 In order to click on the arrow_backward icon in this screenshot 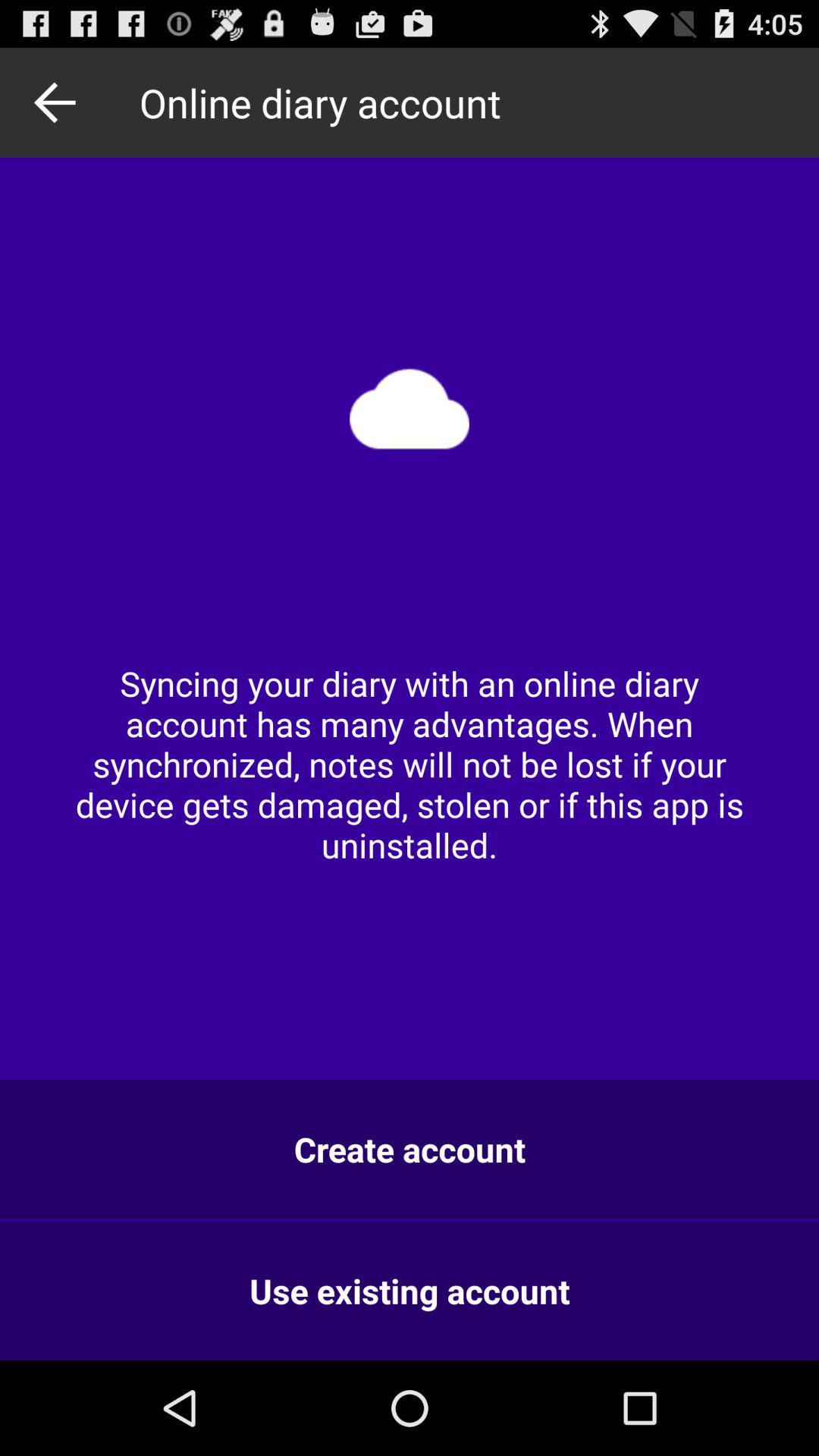, I will do `click(58, 108)`.